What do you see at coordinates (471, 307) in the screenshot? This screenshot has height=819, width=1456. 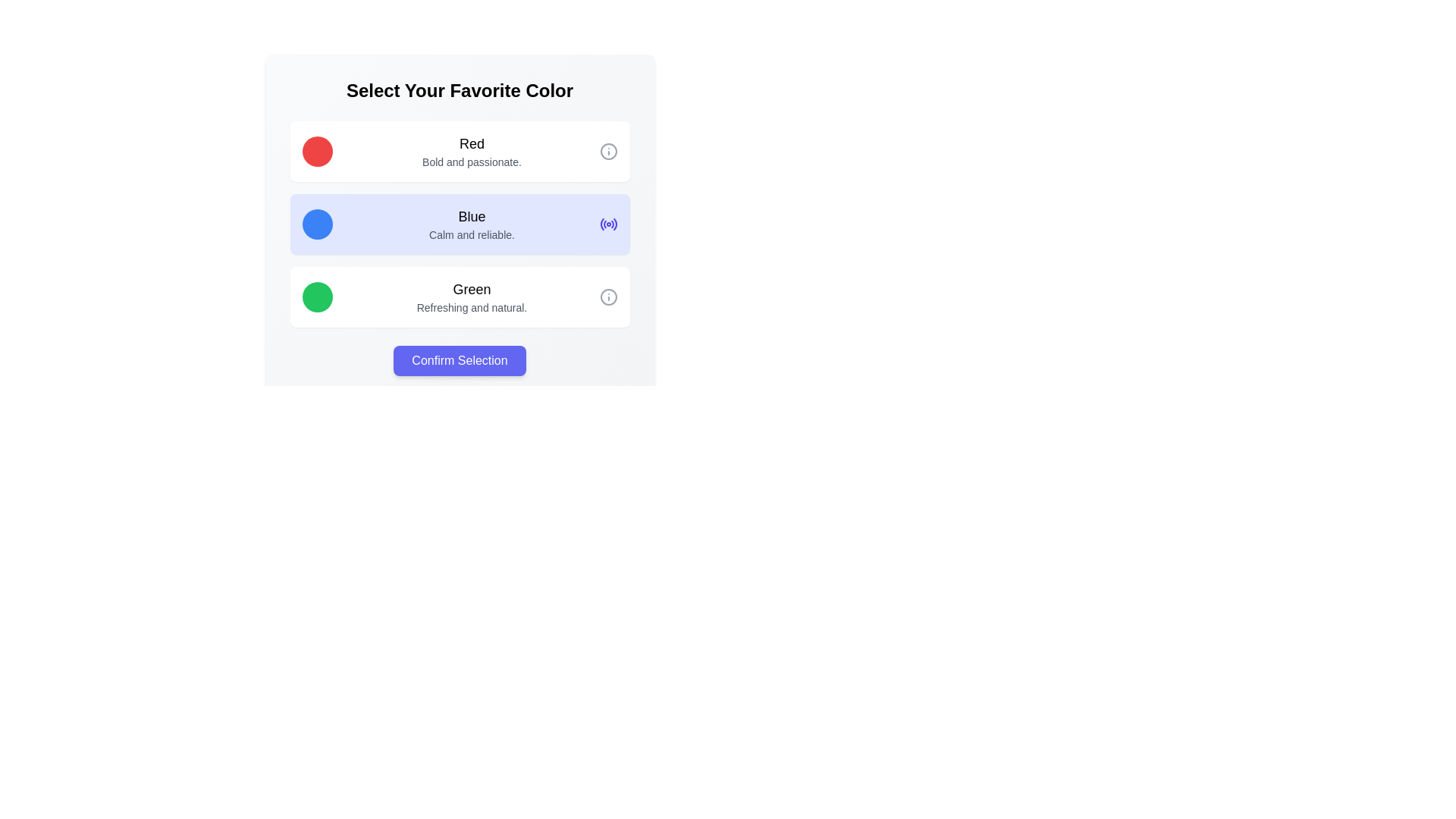 I see `the descriptive text label that provides context for the 'Green' color option, located below the title 'Green' in the third selectable option group` at bounding box center [471, 307].